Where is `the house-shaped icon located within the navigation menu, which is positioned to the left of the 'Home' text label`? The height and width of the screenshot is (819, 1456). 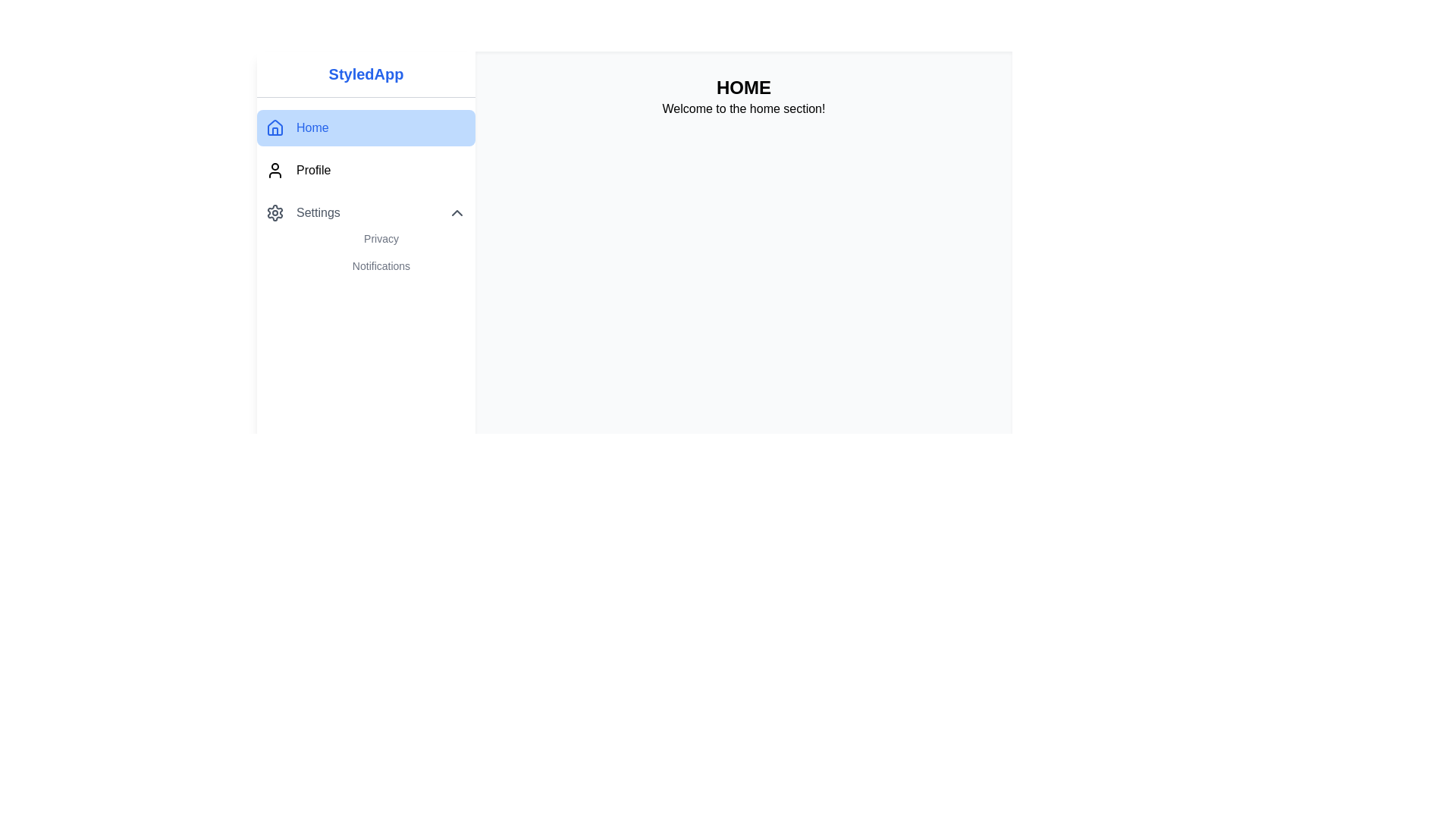 the house-shaped icon located within the navigation menu, which is positioned to the left of the 'Home' text label is located at coordinates (275, 130).